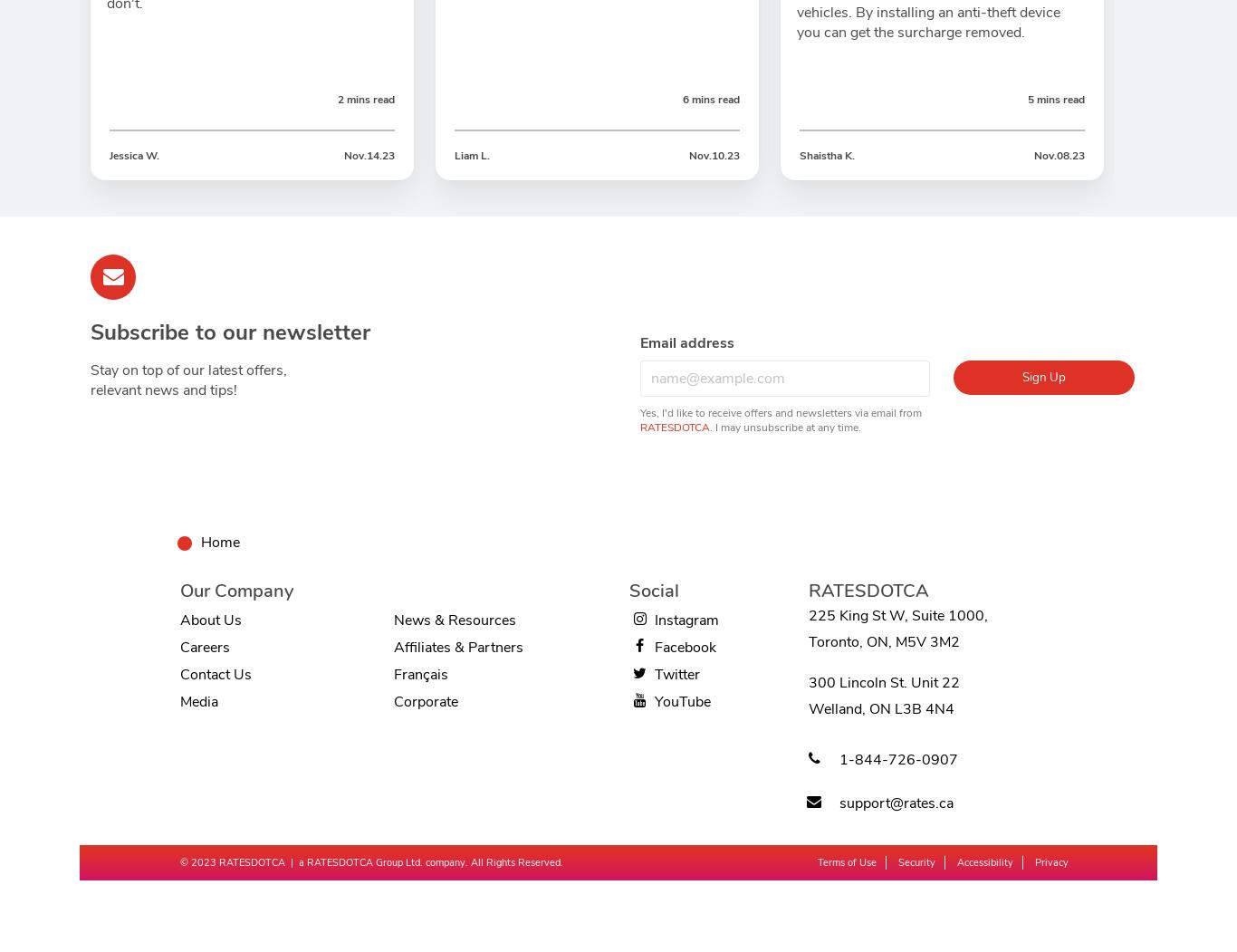  Describe the element at coordinates (881, 707) in the screenshot. I see `'Welland, ON L3B 4N4'` at that location.